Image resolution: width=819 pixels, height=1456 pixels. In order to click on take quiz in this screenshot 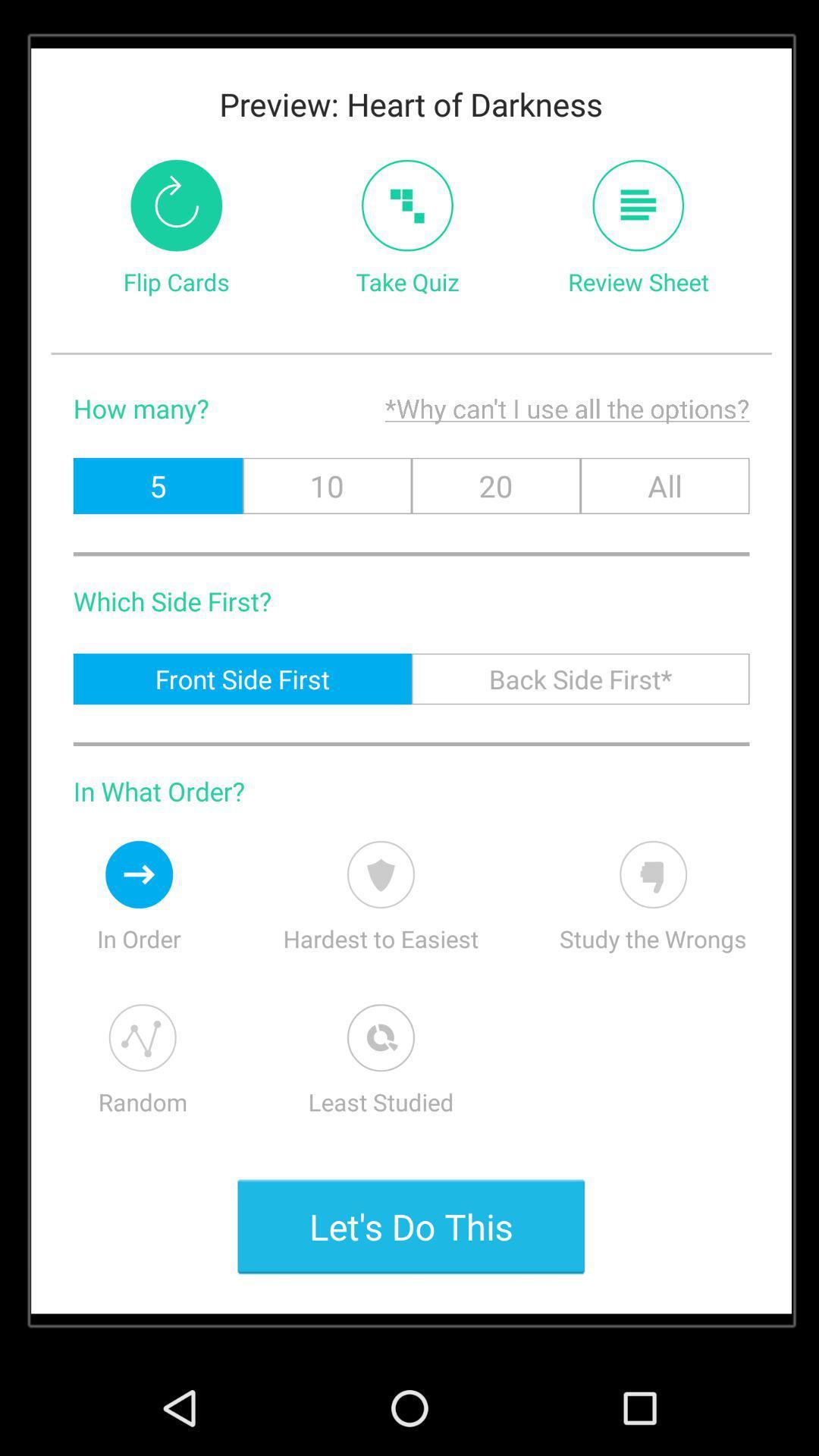, I will do `click(406, 205)`.